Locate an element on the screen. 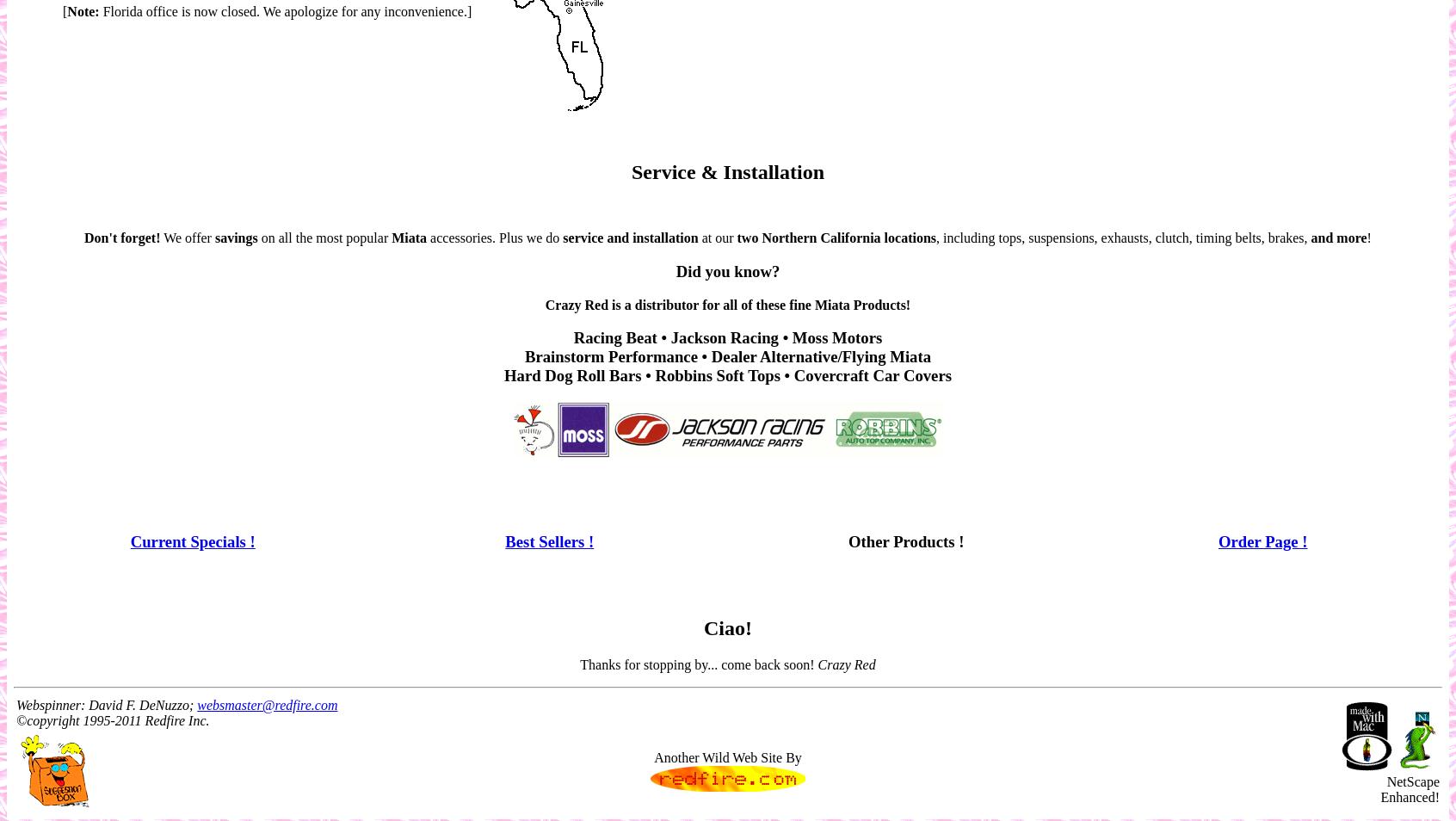  '©copyright 1995-2011 Redfire Inc.' is located at coordinates (112, 719).